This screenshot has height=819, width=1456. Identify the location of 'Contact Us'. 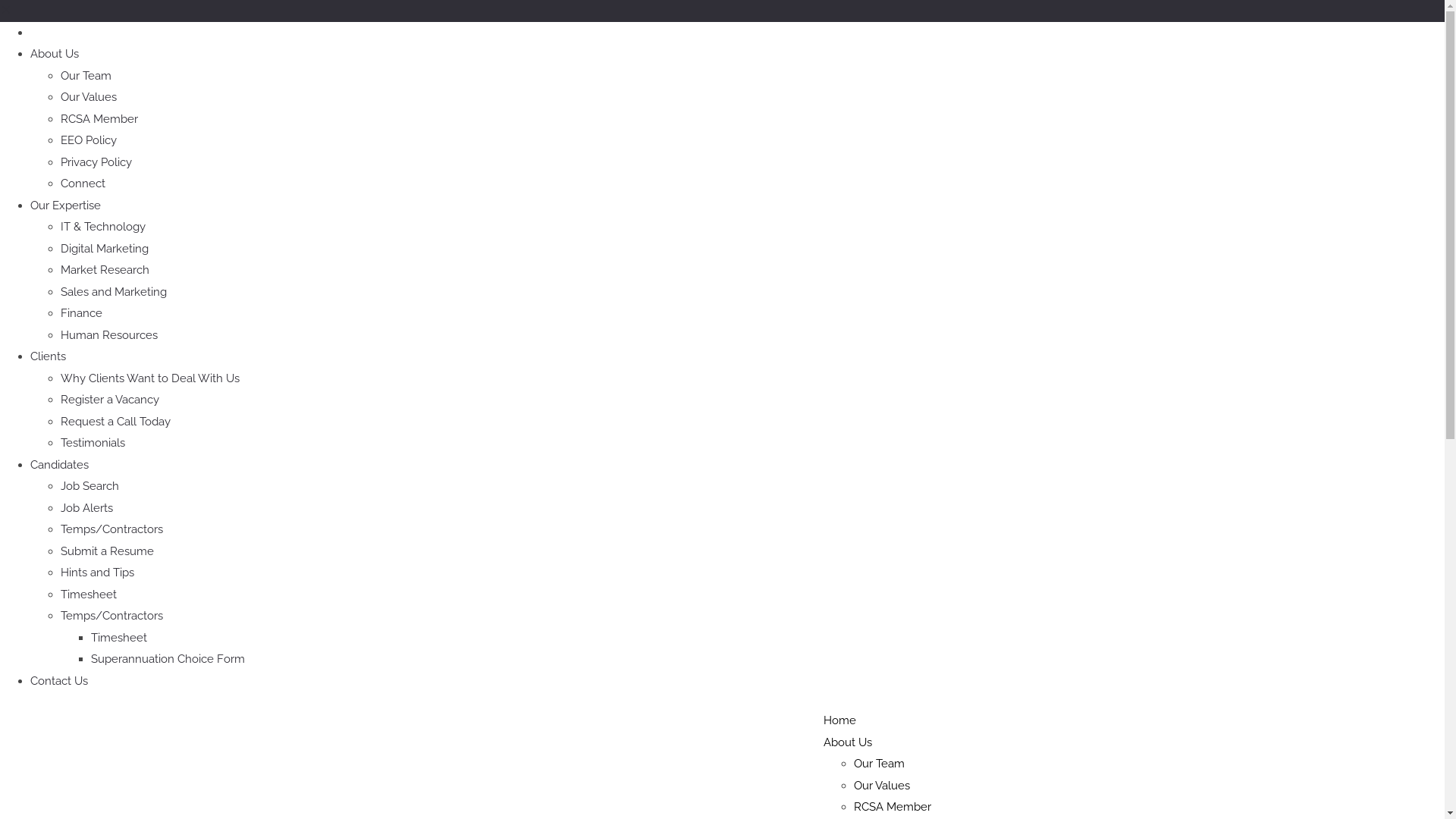
(58, 679).